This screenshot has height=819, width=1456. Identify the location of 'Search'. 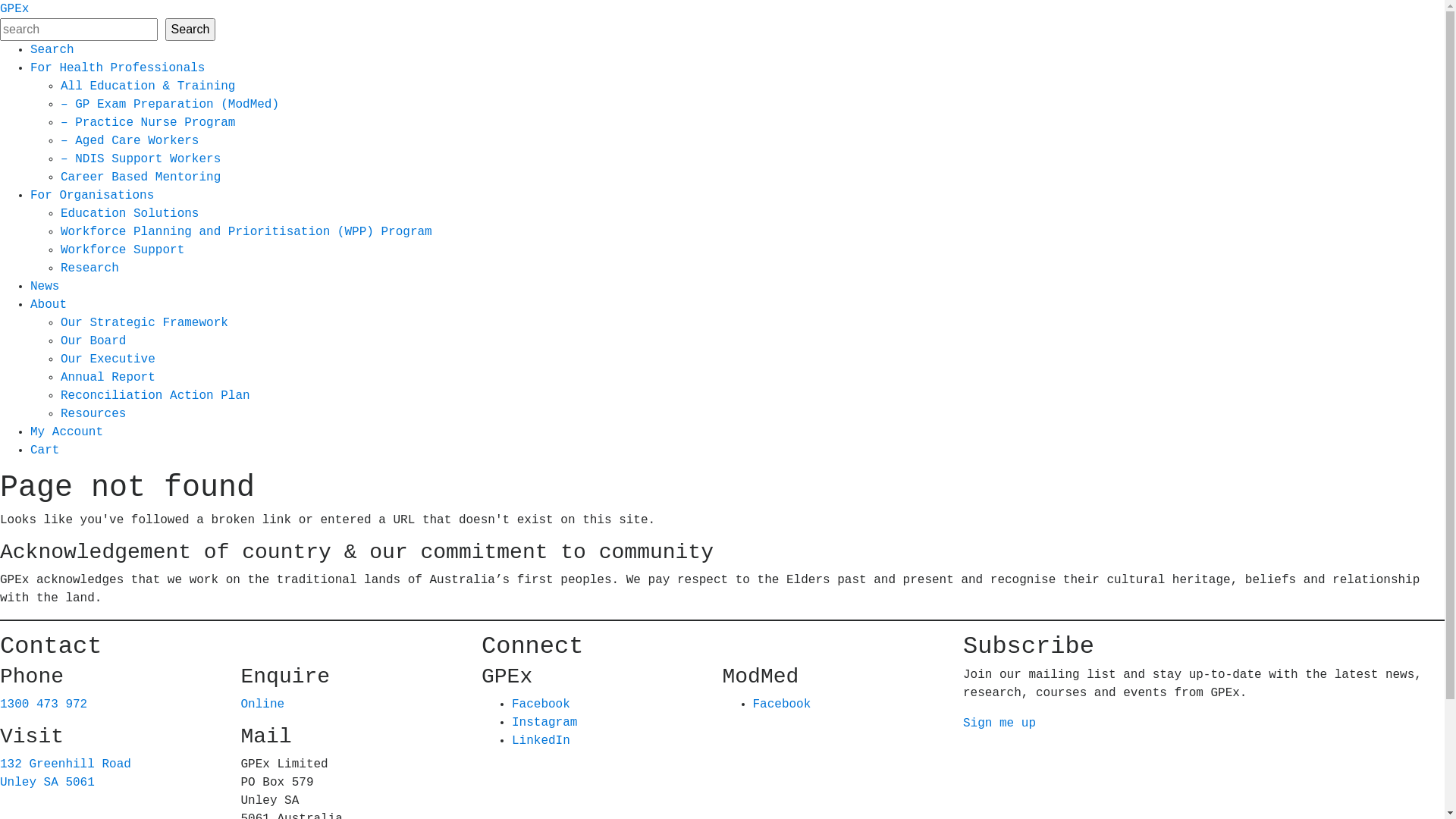
(165, 29).